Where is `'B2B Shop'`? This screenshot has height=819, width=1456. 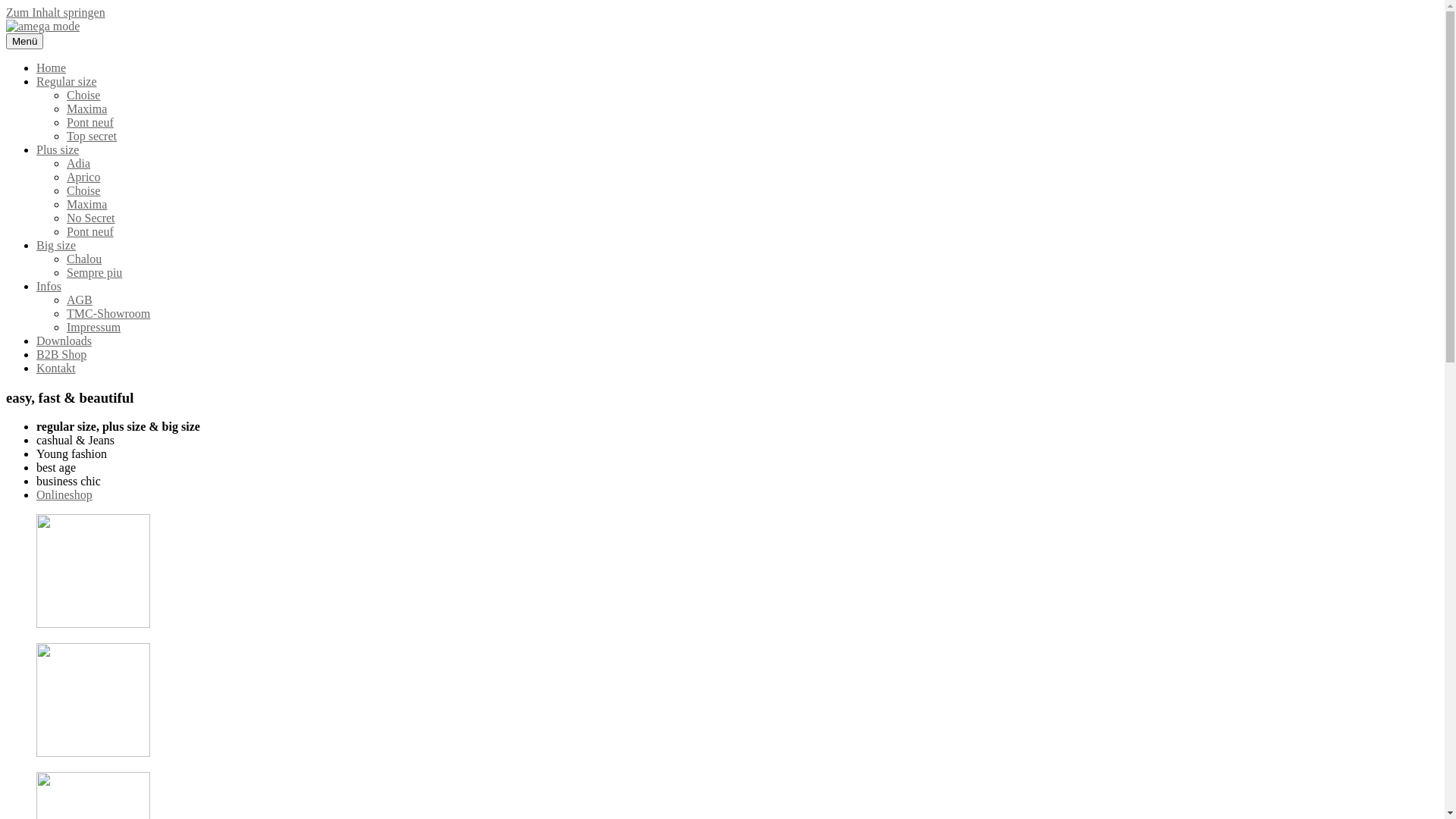
'B2B Shop' is located at coordinates (36, 354).